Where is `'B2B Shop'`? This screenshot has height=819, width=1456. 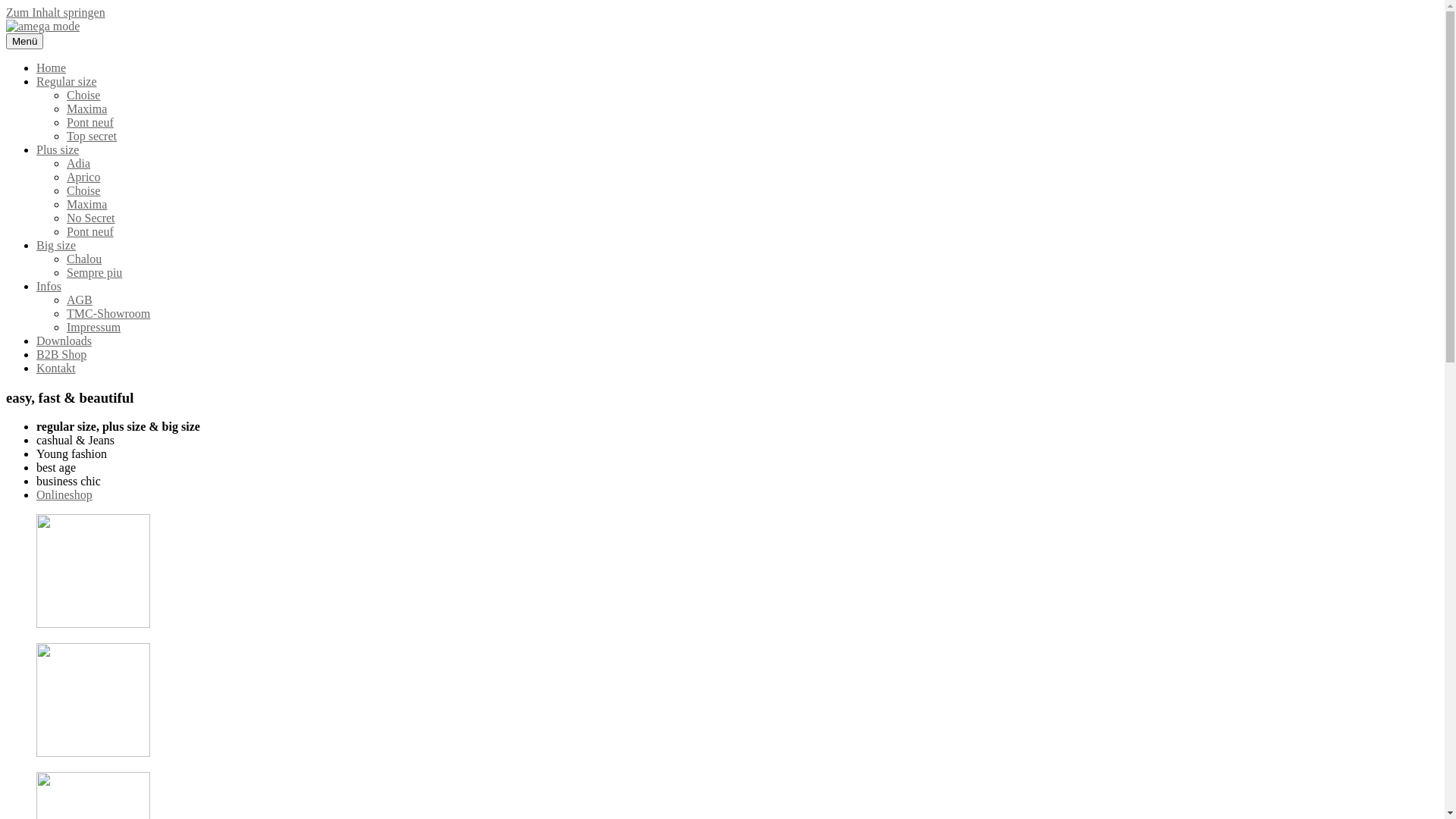
'B2B Shop' is located at coordinates (36, 354).